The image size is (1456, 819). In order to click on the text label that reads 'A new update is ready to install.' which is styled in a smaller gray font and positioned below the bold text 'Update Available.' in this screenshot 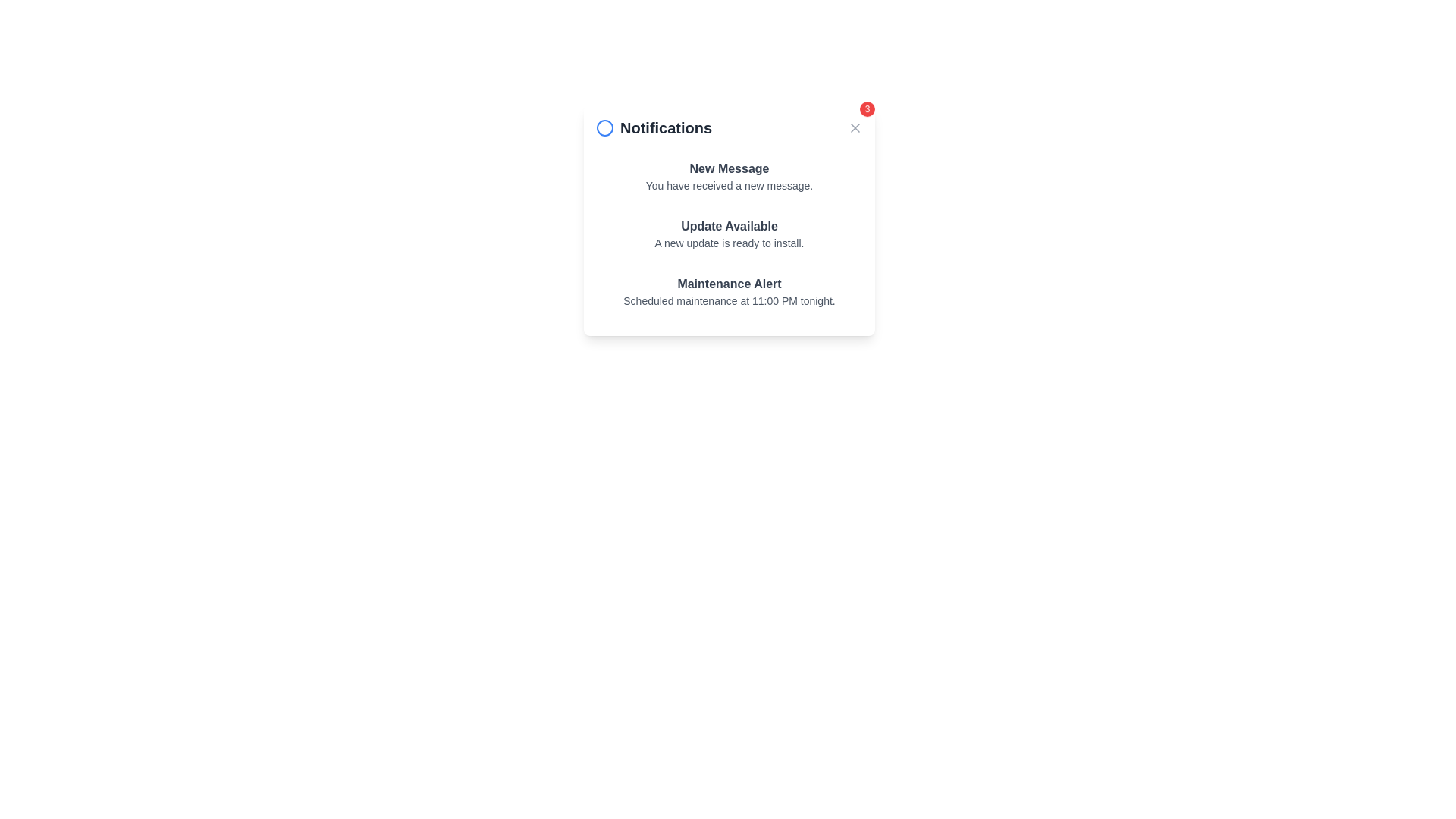, I will do `click(729, 242)`.